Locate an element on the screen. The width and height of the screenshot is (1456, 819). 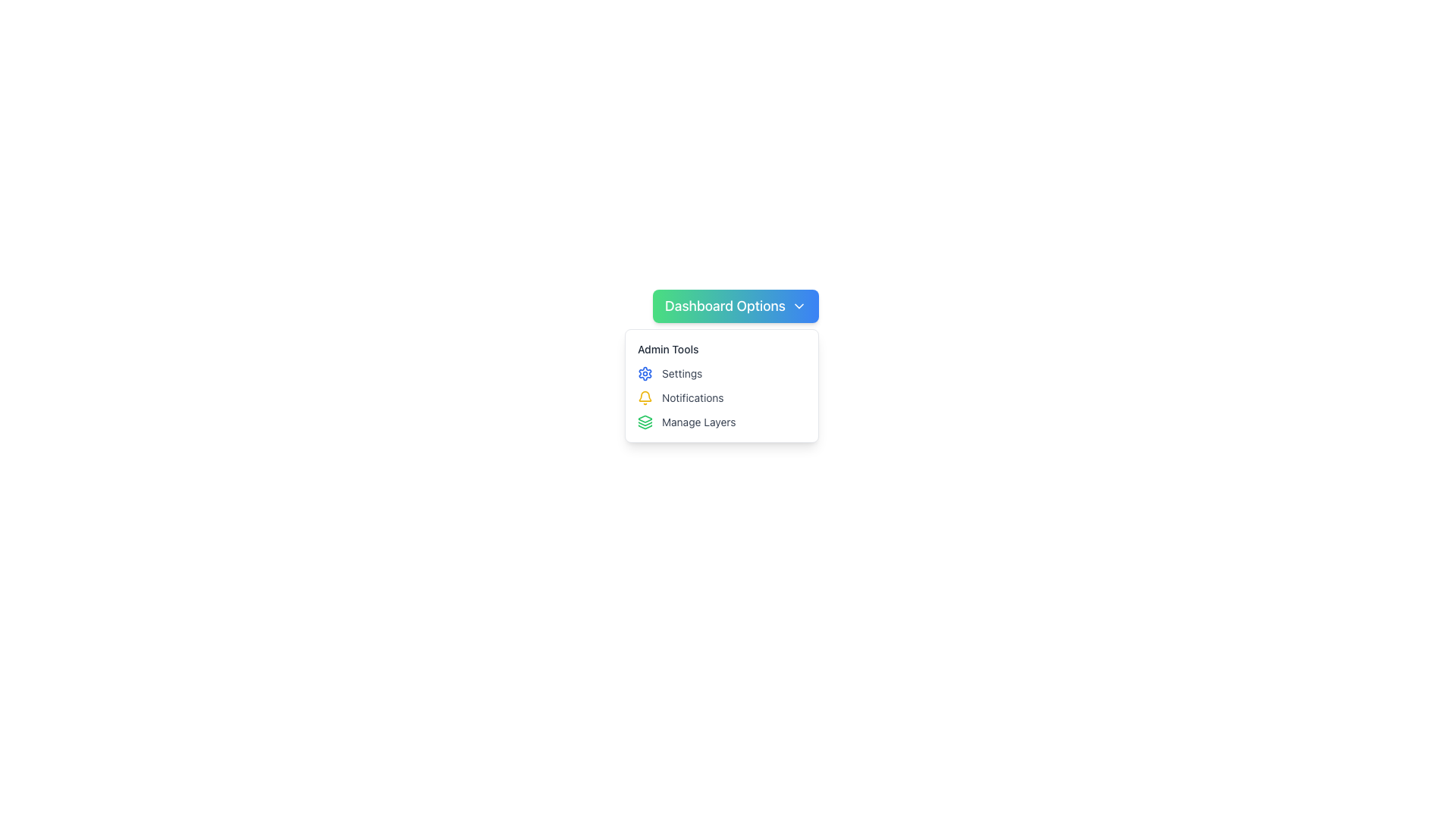
the 'Manage Layers' button located at the bottom of the 'Admin Tools' list, below the 'Notifications' option is located at coordinates (720, 422).